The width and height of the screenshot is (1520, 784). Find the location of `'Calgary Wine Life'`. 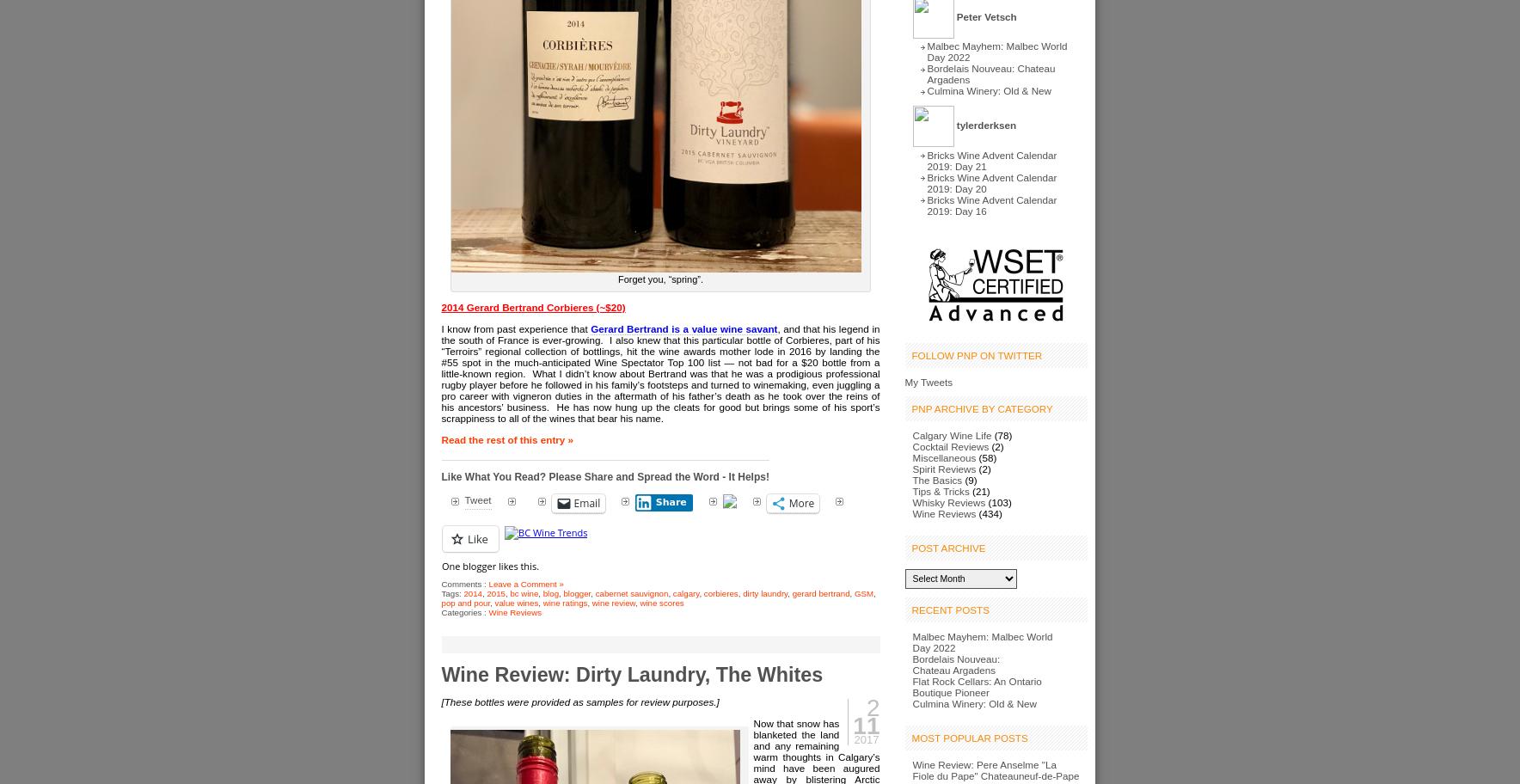

'Calgary Wine Life' is located at coordinates (951, 434).